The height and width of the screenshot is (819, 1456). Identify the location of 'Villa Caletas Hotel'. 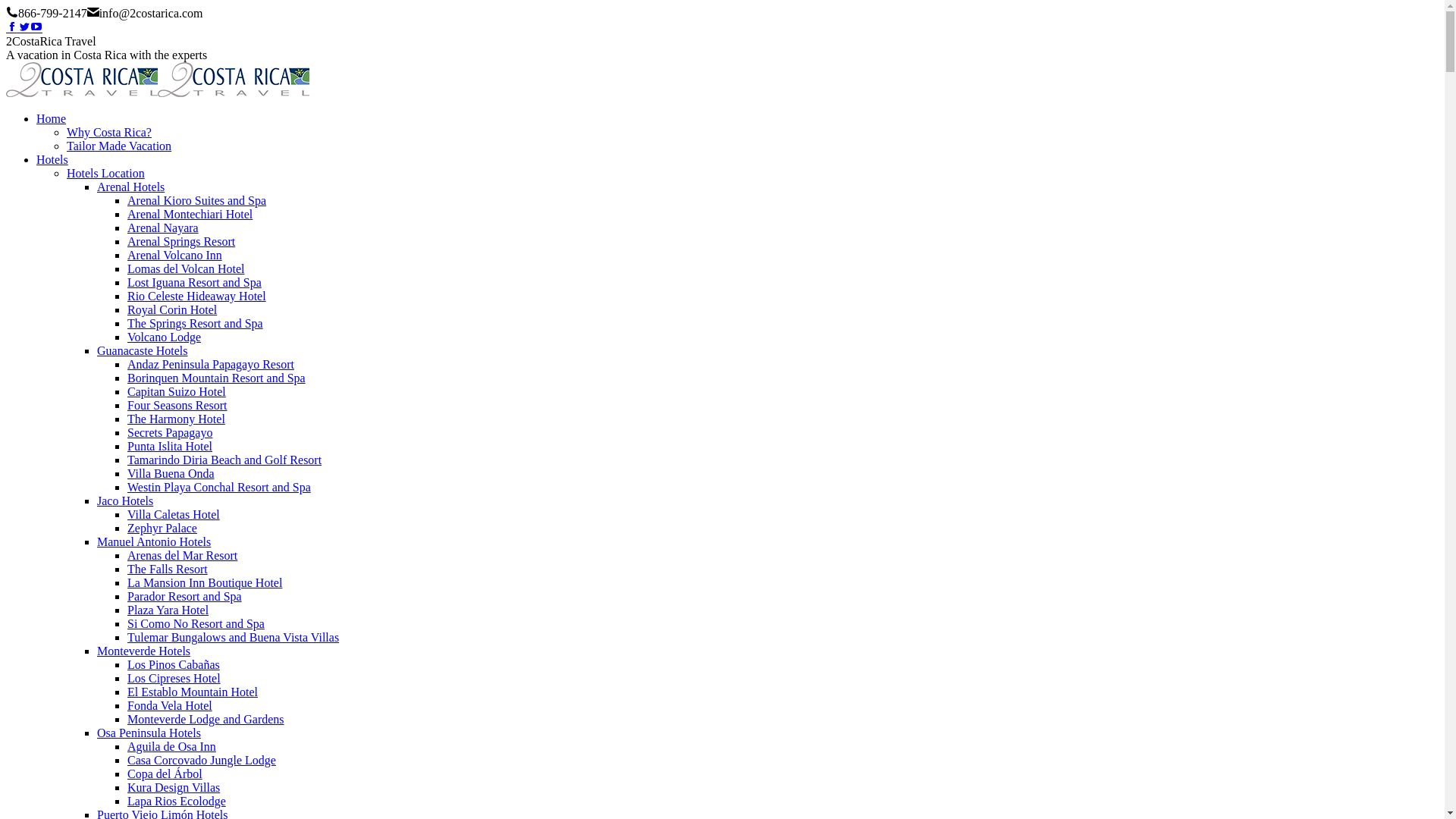
(174, 513).